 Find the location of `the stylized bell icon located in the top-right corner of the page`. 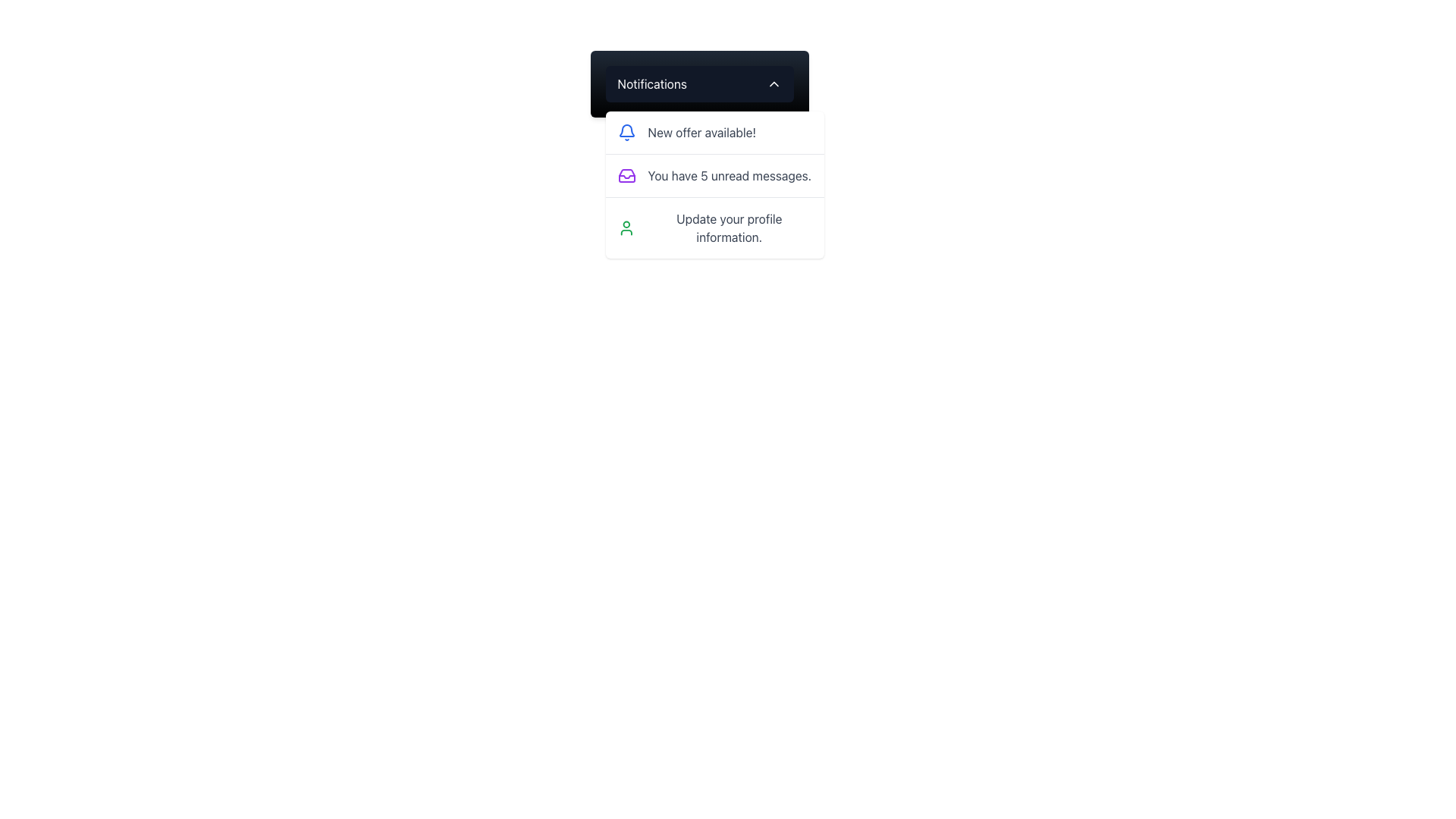

the stylized bell icon located in the top-right corner of the page is located at coordinates (626, 130).